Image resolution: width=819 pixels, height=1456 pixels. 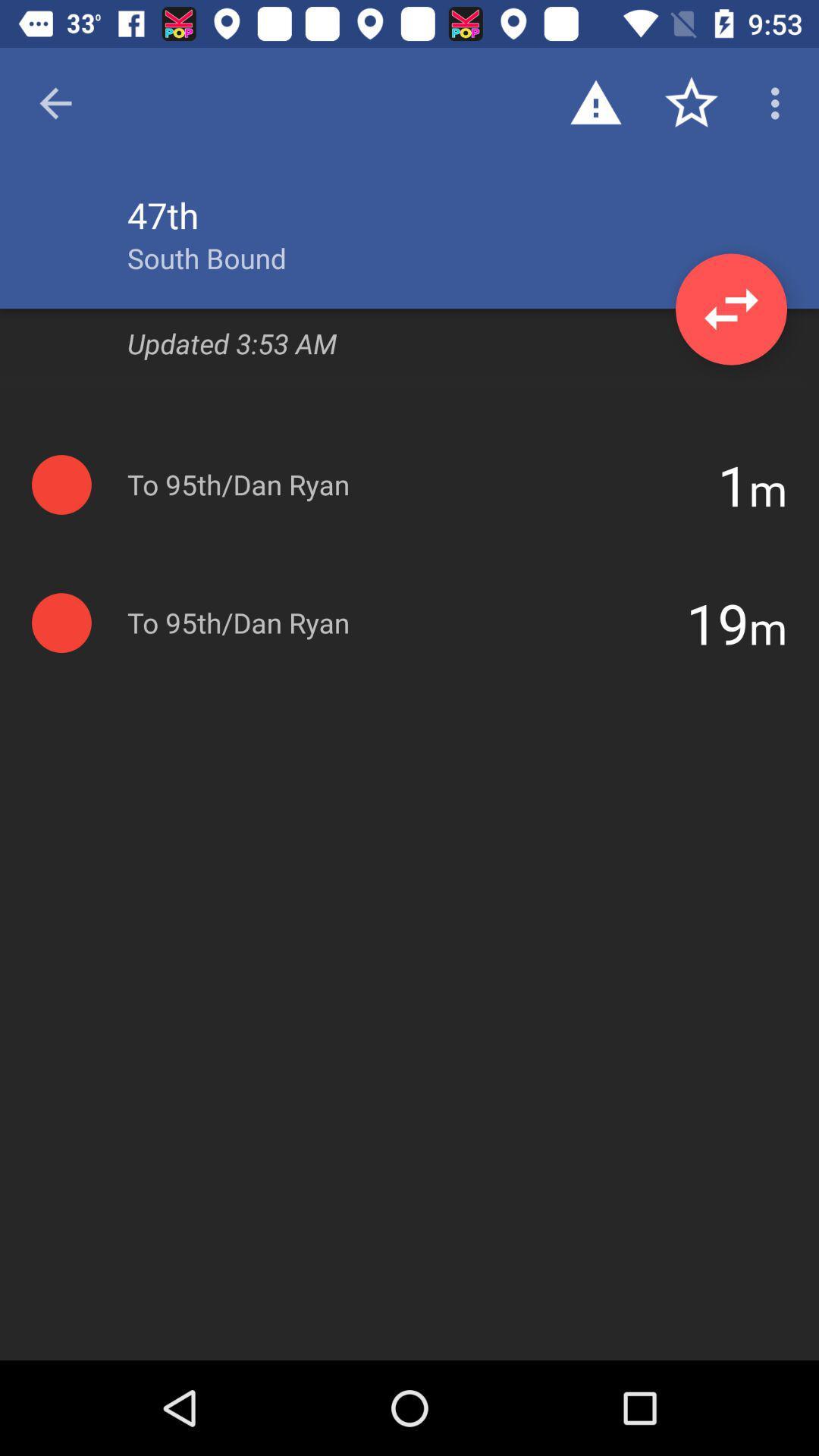 I want to click on 1, so click(x=733, y=484).